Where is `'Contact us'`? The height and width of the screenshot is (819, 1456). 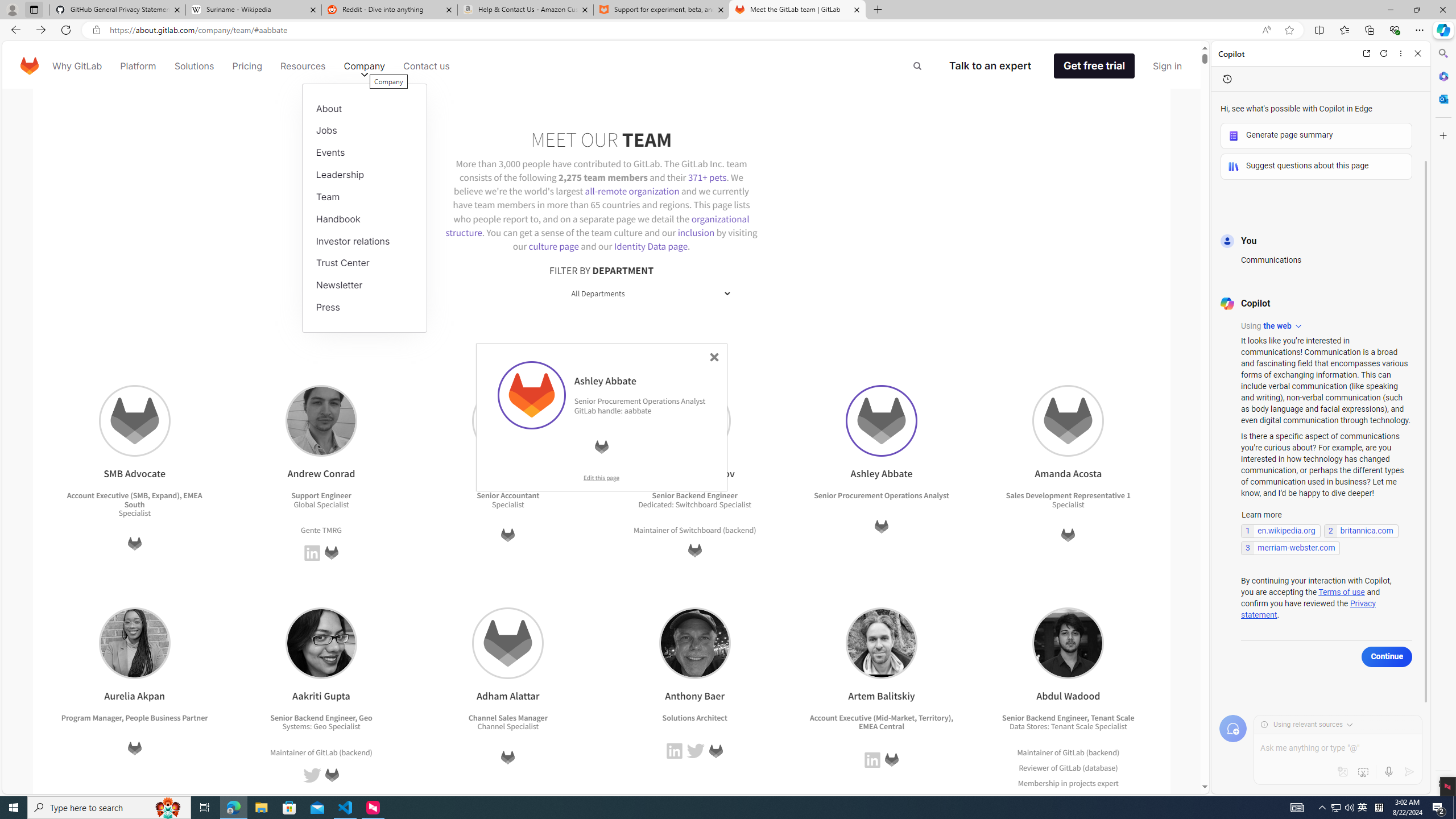 'Contact us' is located at coordinates (427, 65).